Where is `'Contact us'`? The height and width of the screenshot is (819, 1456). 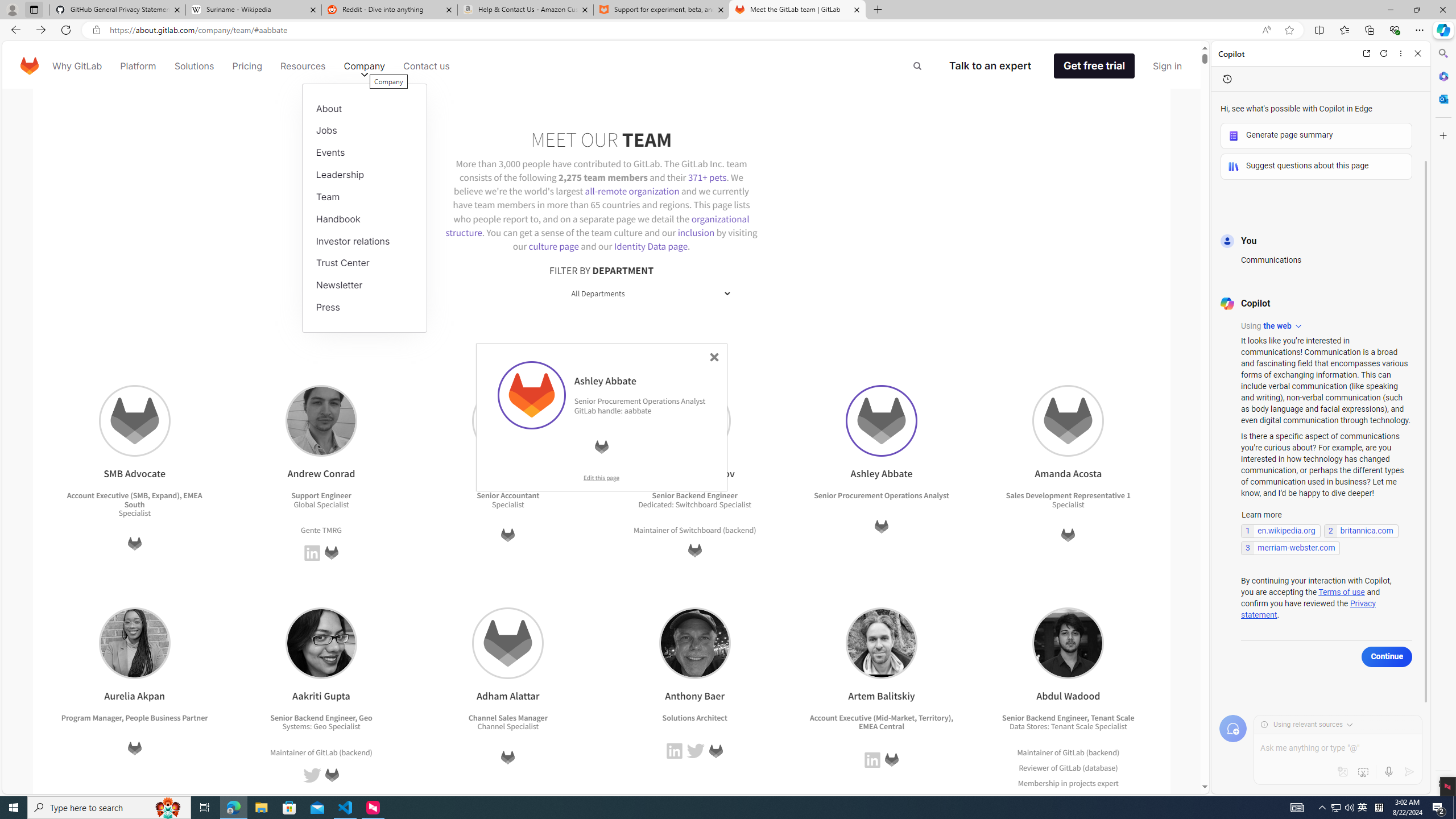 'Contact us' is located at coordinates (427, 65).